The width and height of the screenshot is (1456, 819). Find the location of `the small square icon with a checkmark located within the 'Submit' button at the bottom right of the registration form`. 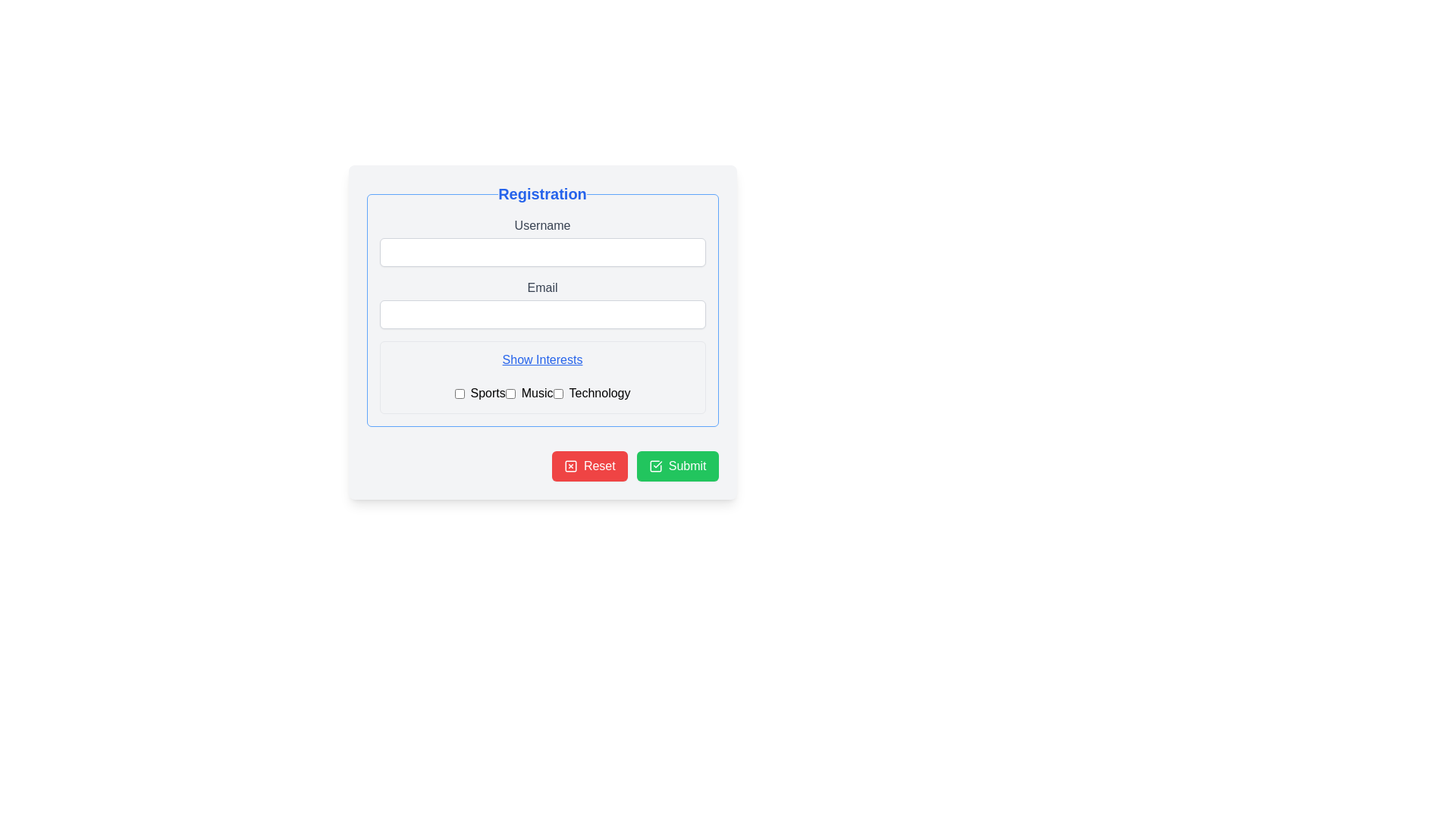

the small square icon with a checkmark located within the 'Submit' button at the bottom right of the registration form is located at coordinates (655, 465).